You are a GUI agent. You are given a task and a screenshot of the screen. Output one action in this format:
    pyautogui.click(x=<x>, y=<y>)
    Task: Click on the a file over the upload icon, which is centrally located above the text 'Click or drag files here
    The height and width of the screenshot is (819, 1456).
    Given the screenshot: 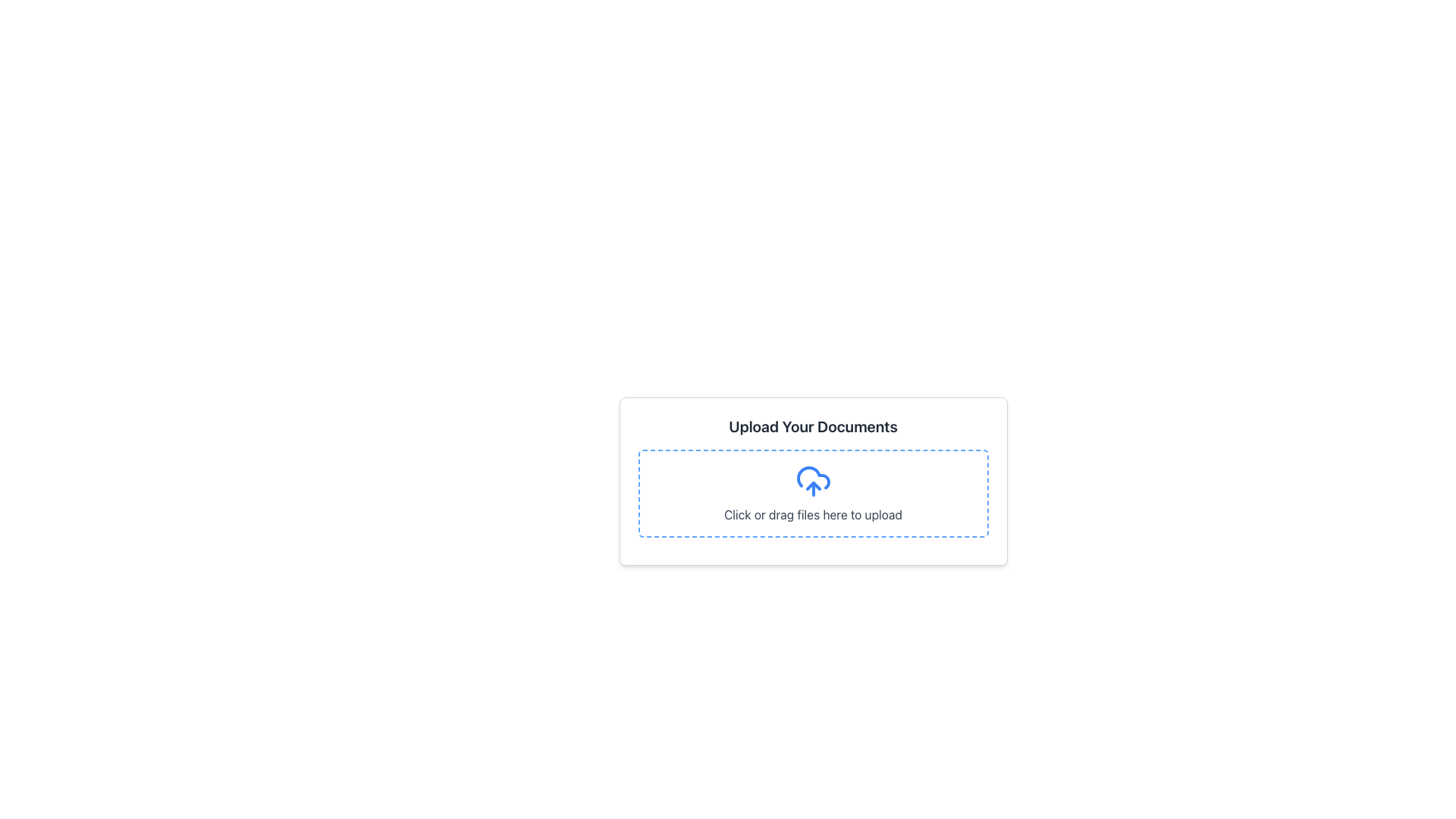 What is the action you would take?
    pyautogui.click(x=812, y=482)
    